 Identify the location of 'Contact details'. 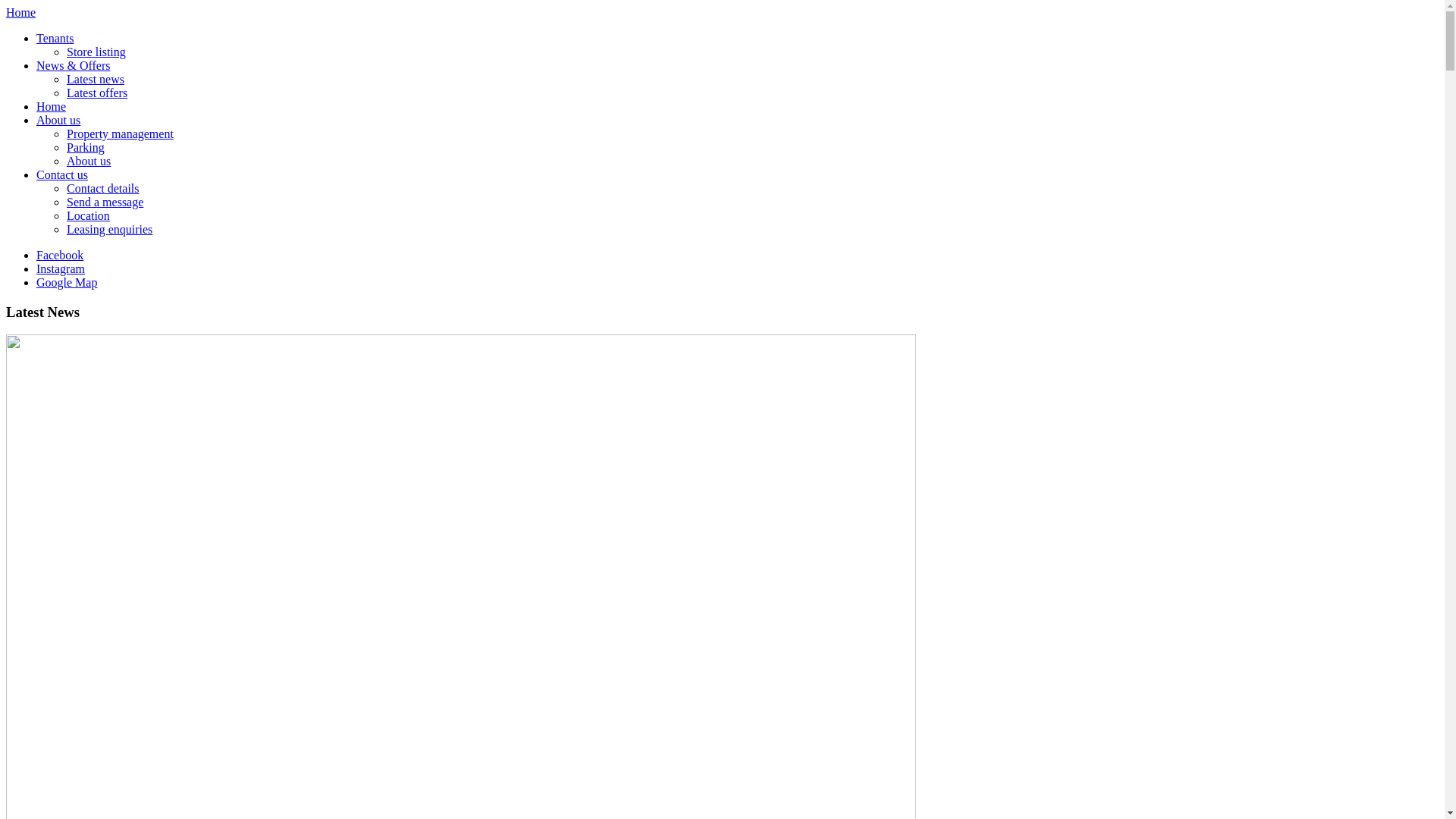
(102, 187).